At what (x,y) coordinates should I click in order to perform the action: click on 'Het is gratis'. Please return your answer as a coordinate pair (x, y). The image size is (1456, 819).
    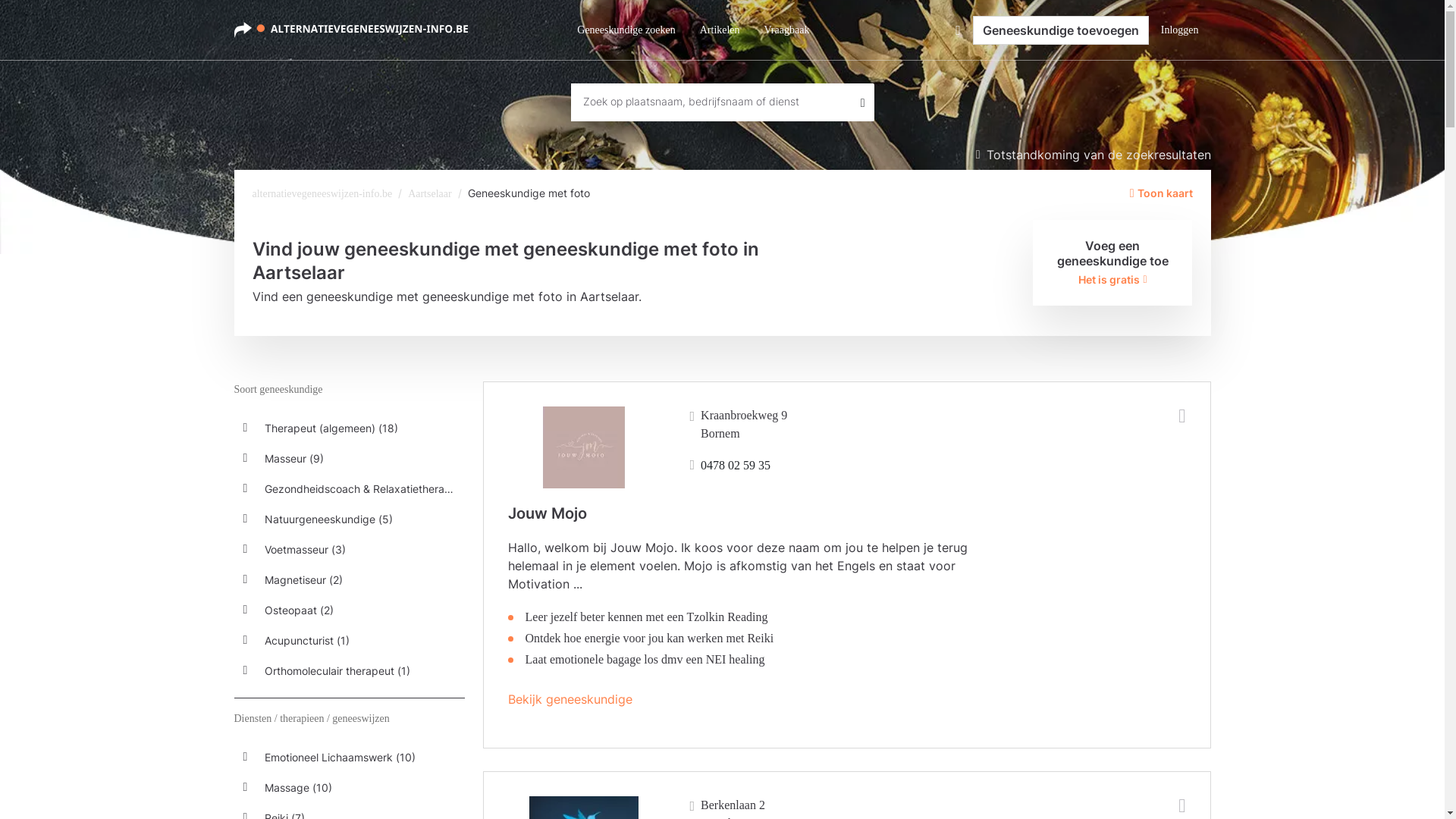
    Looking at the image, I should click on (1112, 279).